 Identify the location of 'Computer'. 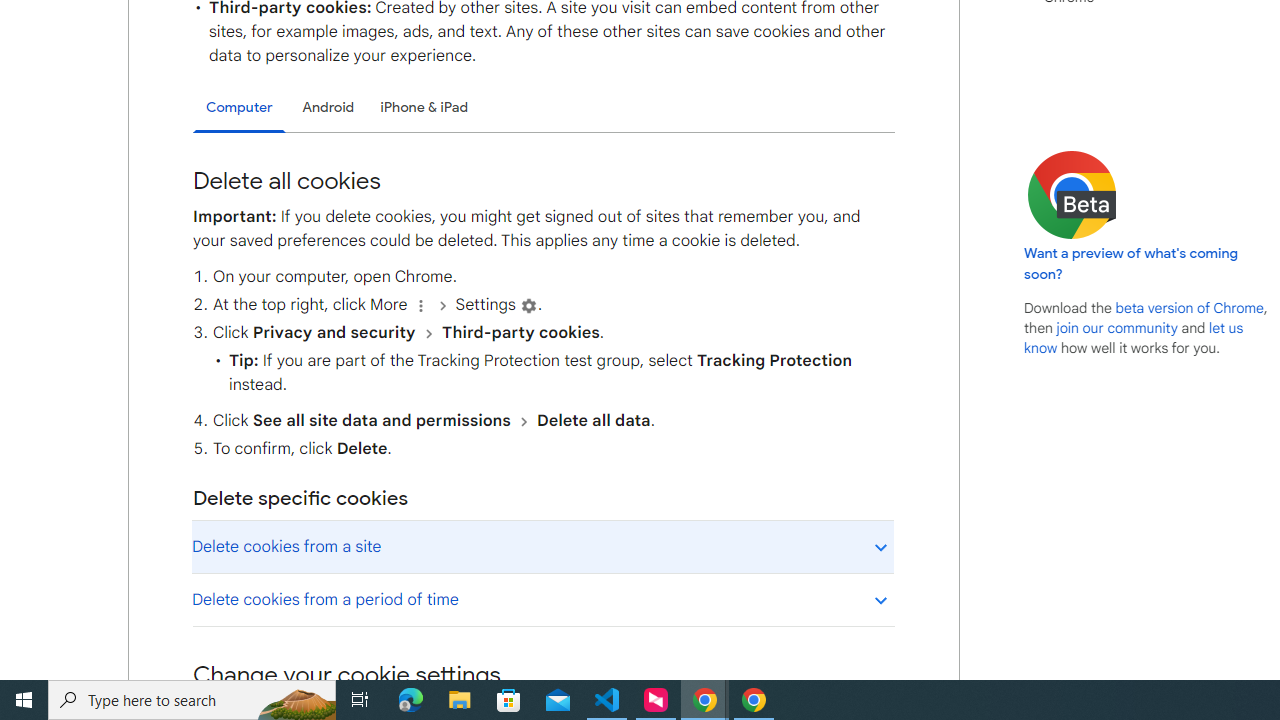
(239, 108).